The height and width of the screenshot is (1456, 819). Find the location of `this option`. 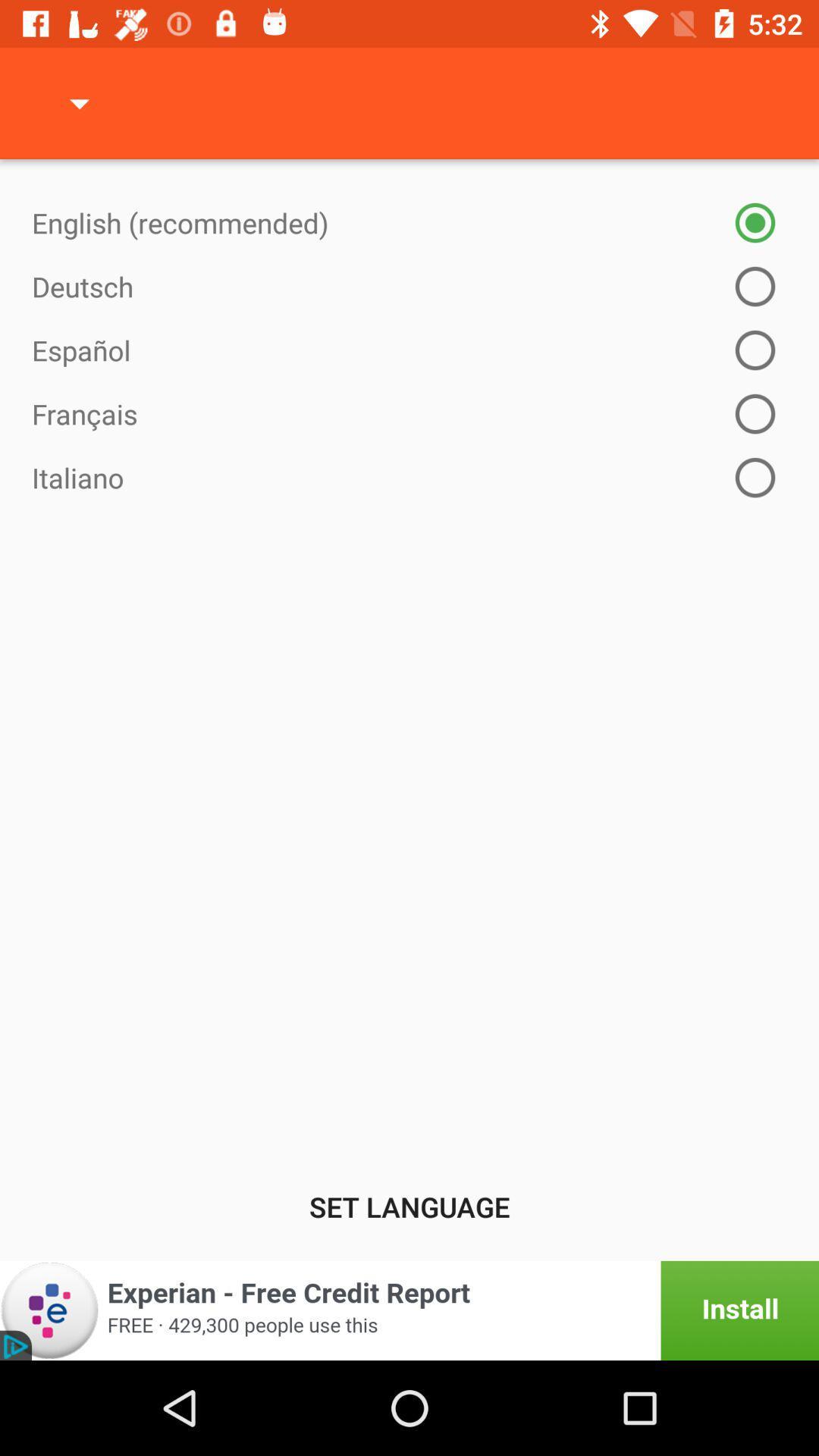

this option is located at coordinates (409, 1310).